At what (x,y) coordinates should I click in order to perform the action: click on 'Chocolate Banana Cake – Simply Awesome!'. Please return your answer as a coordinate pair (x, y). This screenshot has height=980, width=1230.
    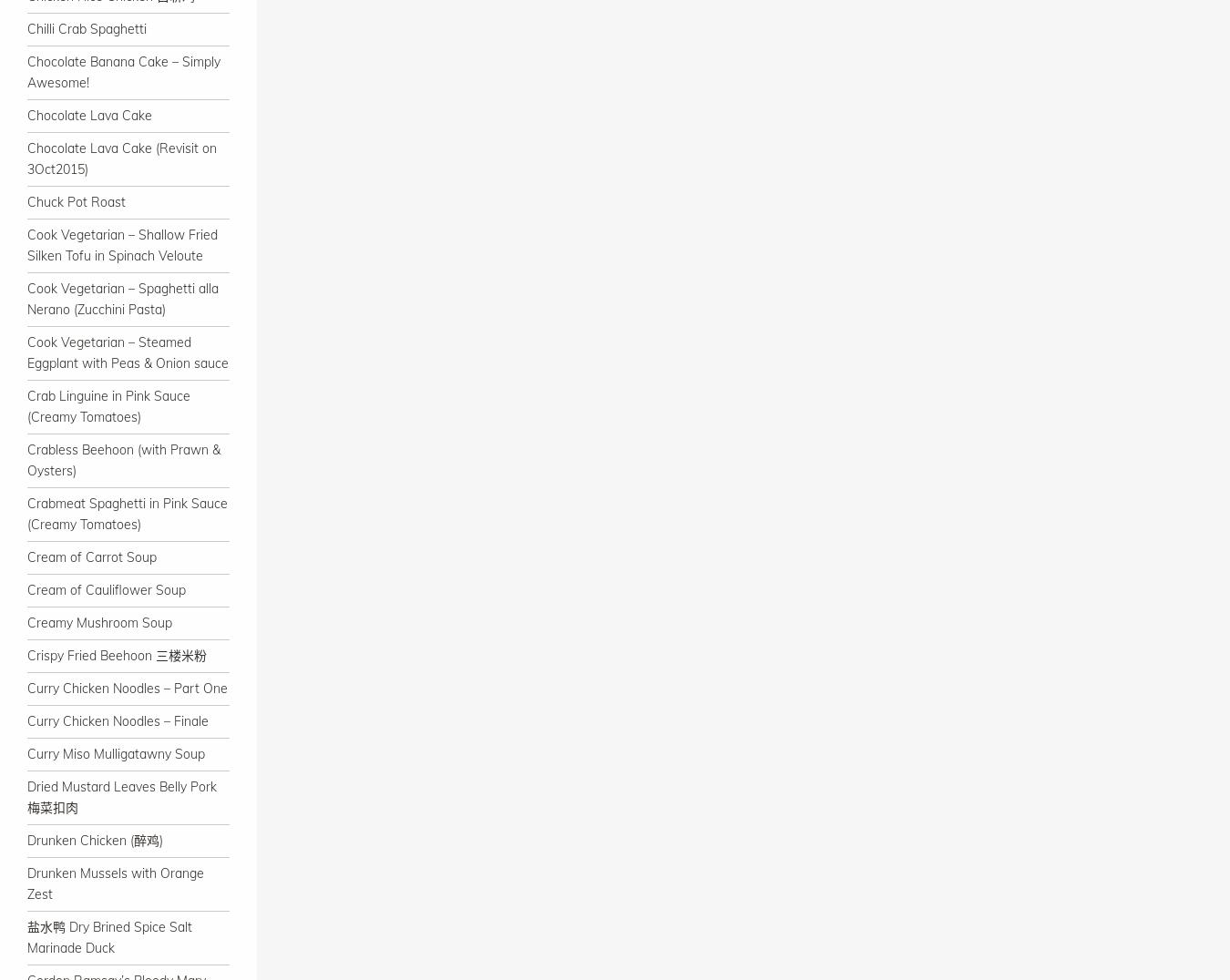
    Looking at the image, I should click on (123, 72).